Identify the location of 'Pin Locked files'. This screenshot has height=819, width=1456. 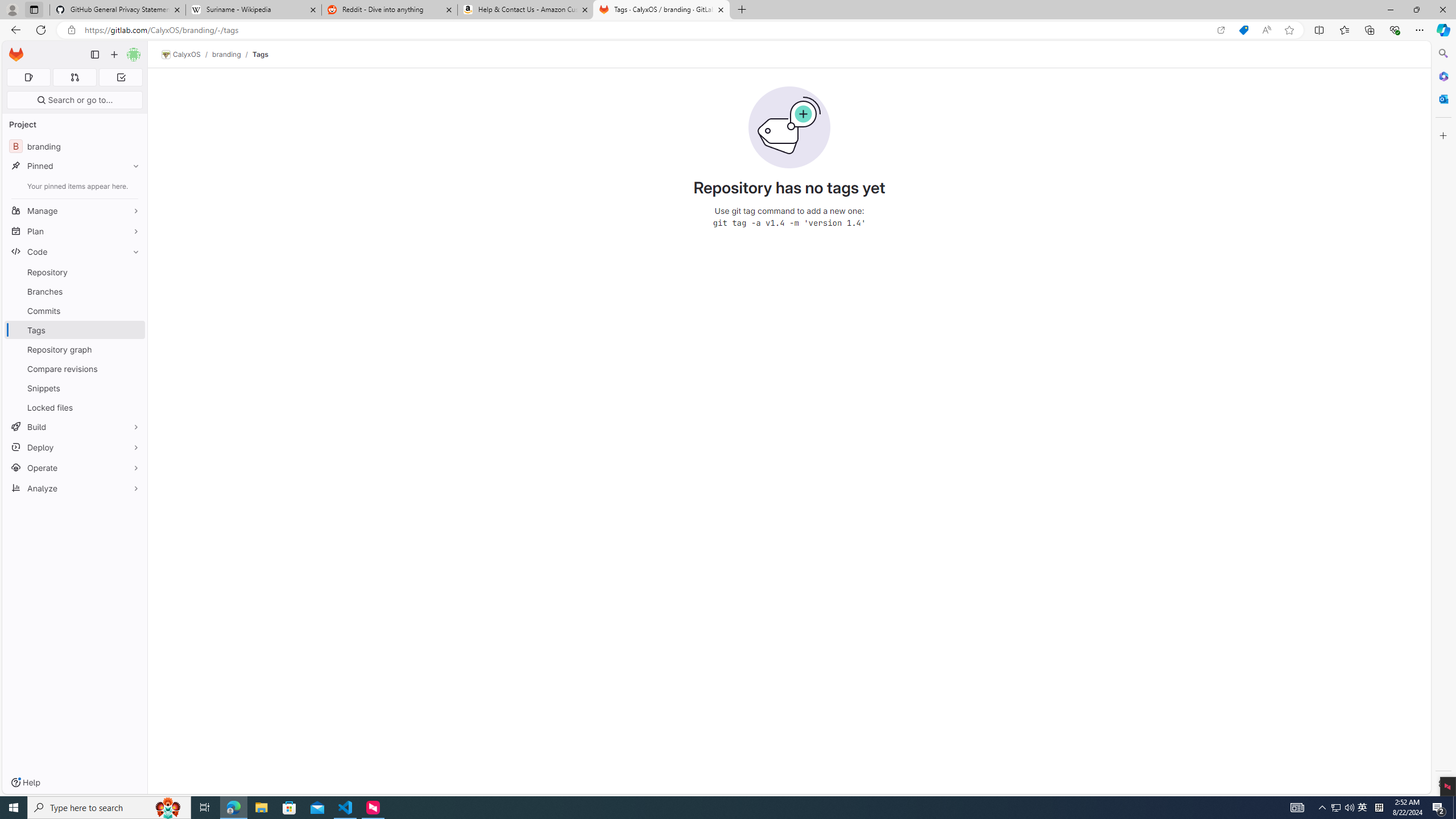
(133, 407).